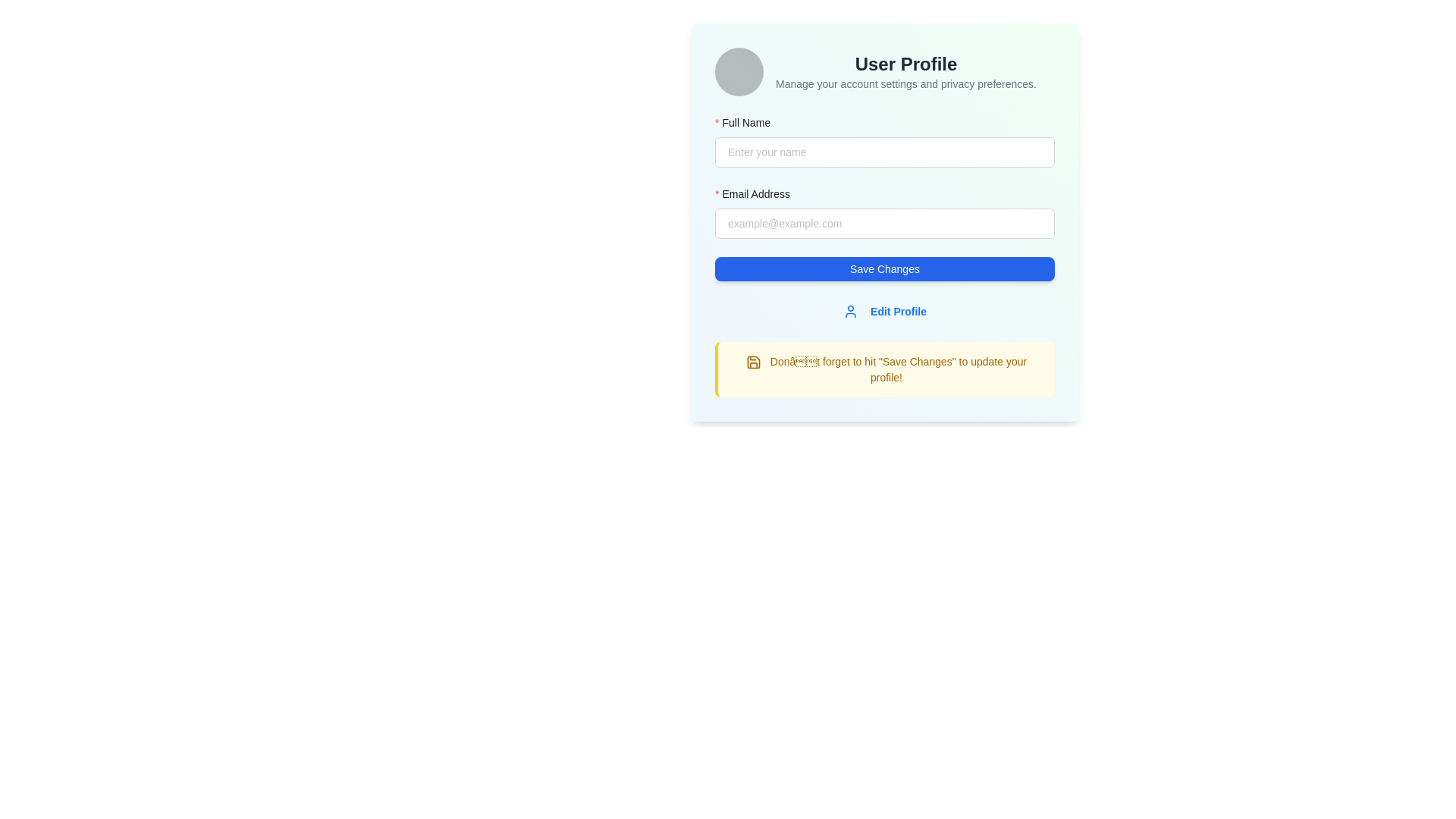 The width and height of the screenshot is (1456, 819). What do you see at coordinates (884, 223) in the screenshot?
I see `the email address input field located beneath the 'Email Address' label in the 'User Profile' section to enable text entry` at bounding box center [884, 223].